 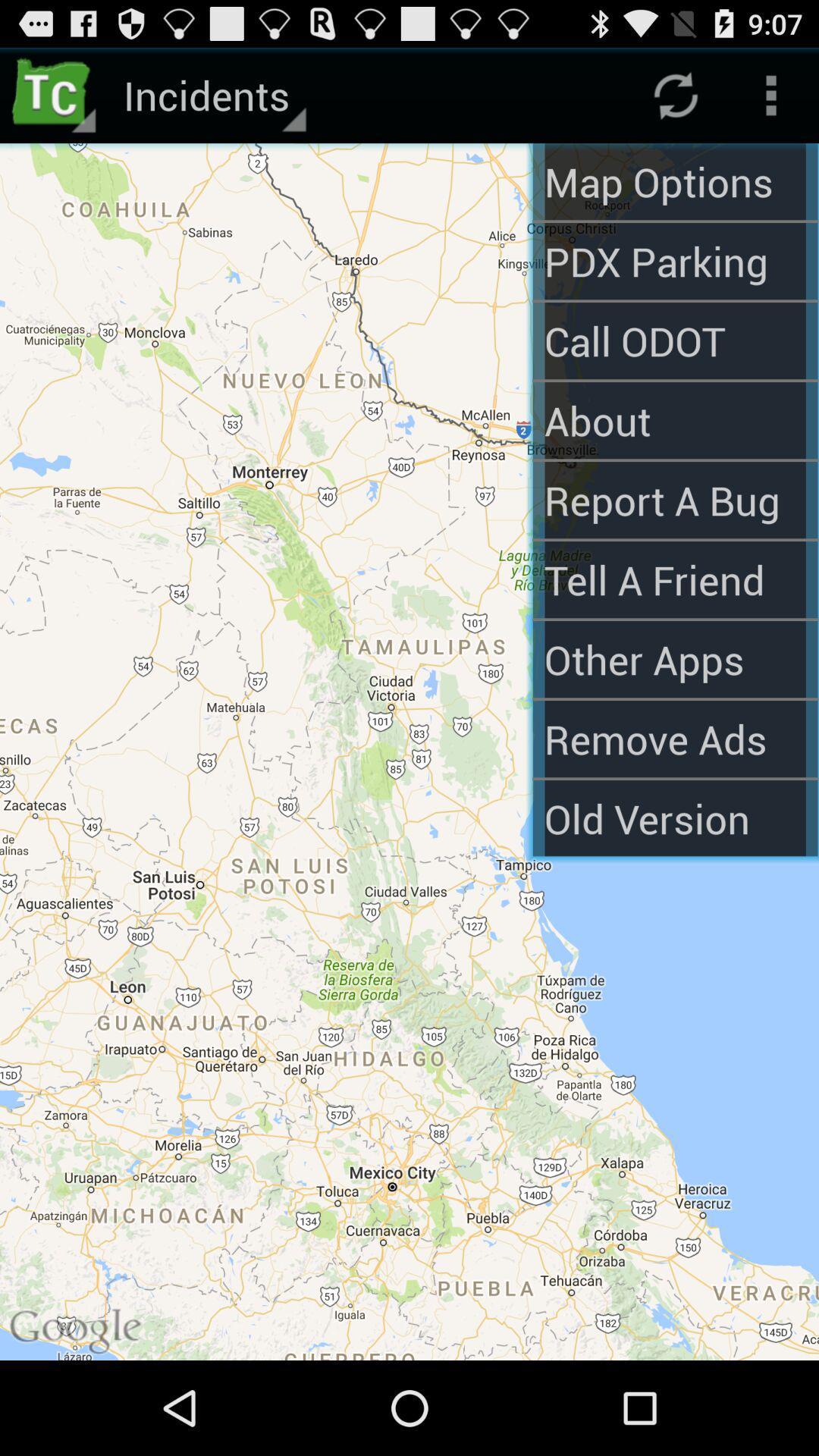 I want to click on the tell a friend app, so click(x=674, y=579).